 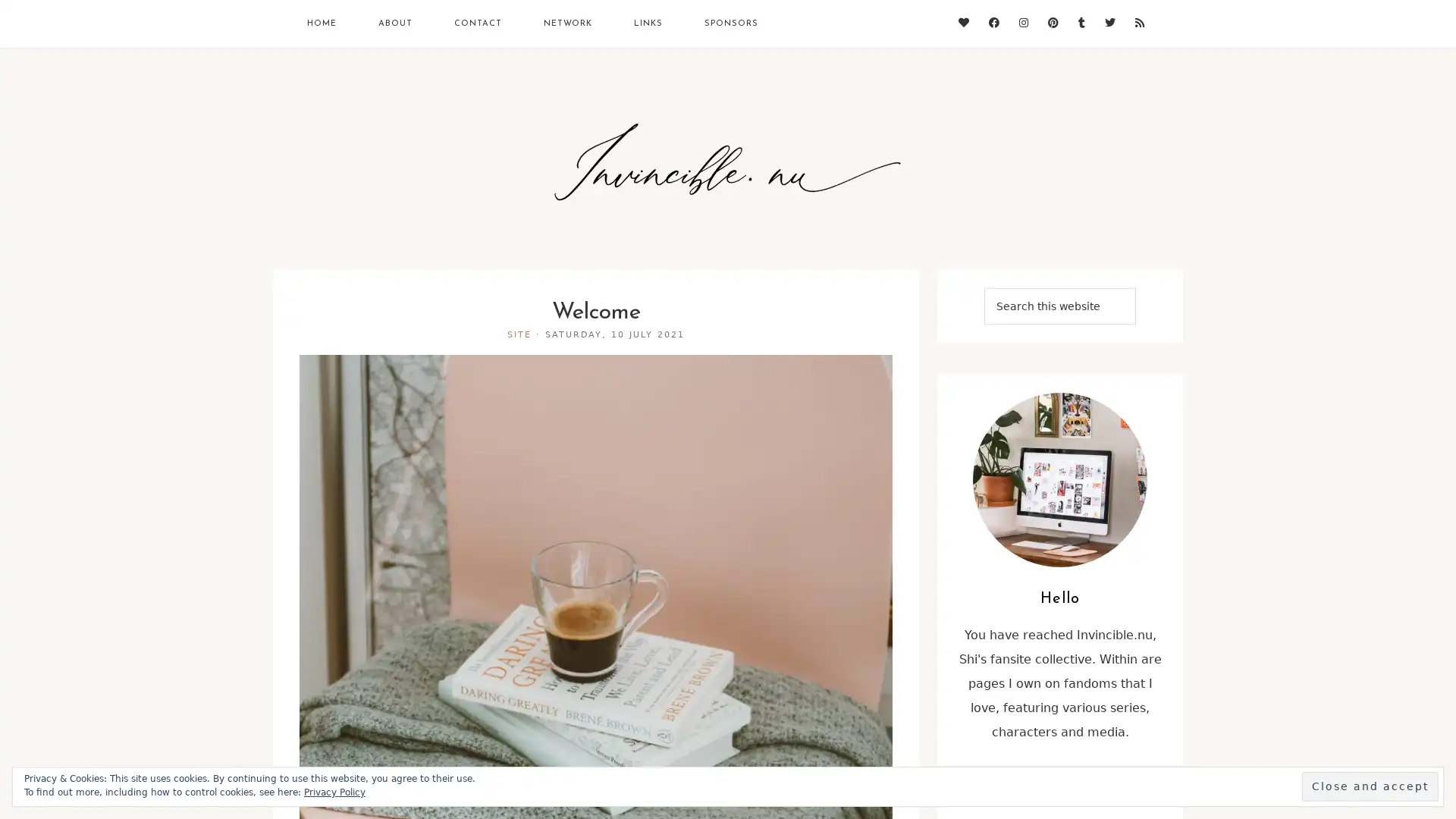 What do you see at coordinates (1008, 323) in the screenshot?
I see `GO` at bounding box center [1008, 323].